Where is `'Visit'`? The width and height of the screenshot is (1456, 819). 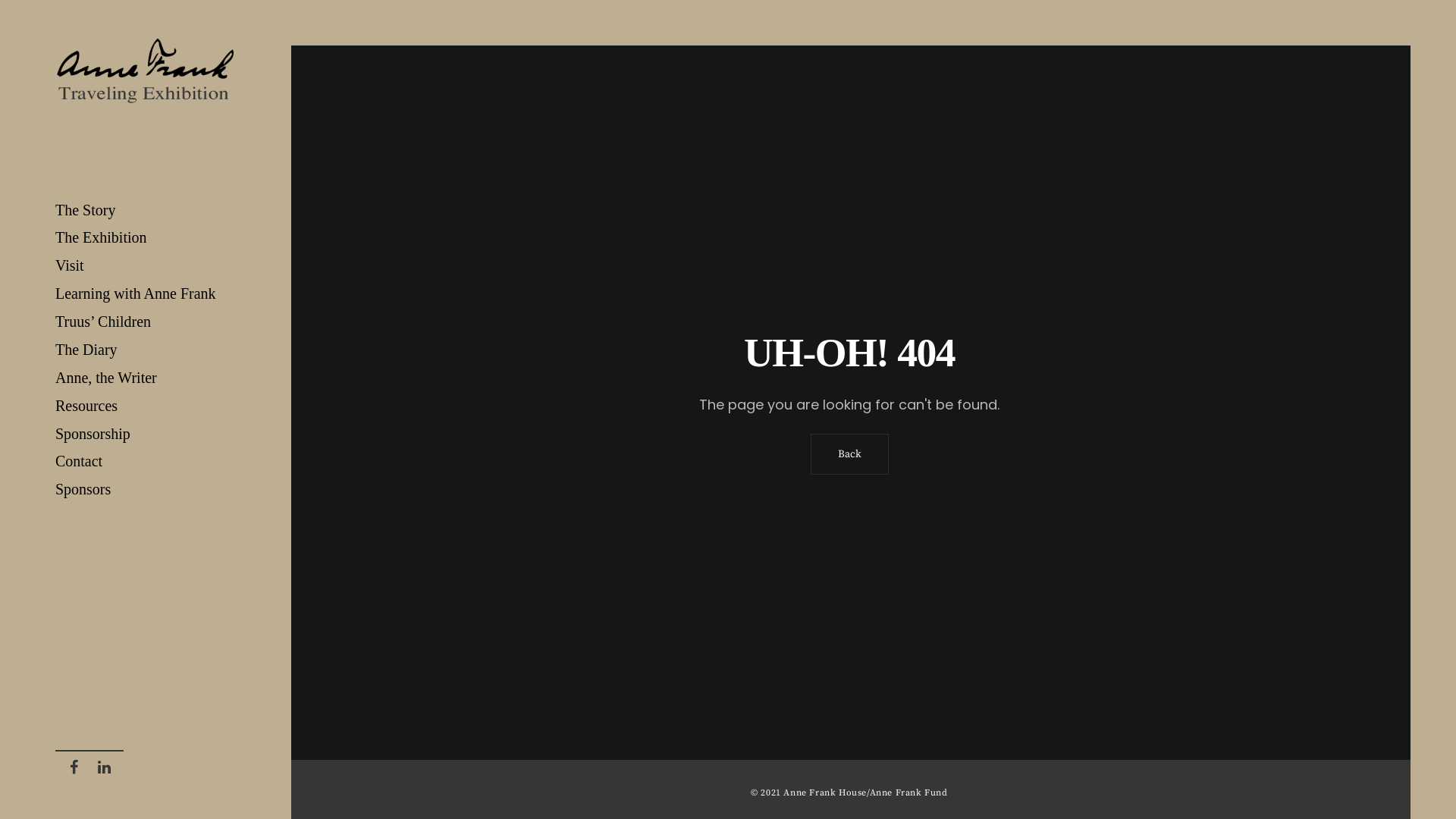
'Visit' is located at coordinates (146, 265).